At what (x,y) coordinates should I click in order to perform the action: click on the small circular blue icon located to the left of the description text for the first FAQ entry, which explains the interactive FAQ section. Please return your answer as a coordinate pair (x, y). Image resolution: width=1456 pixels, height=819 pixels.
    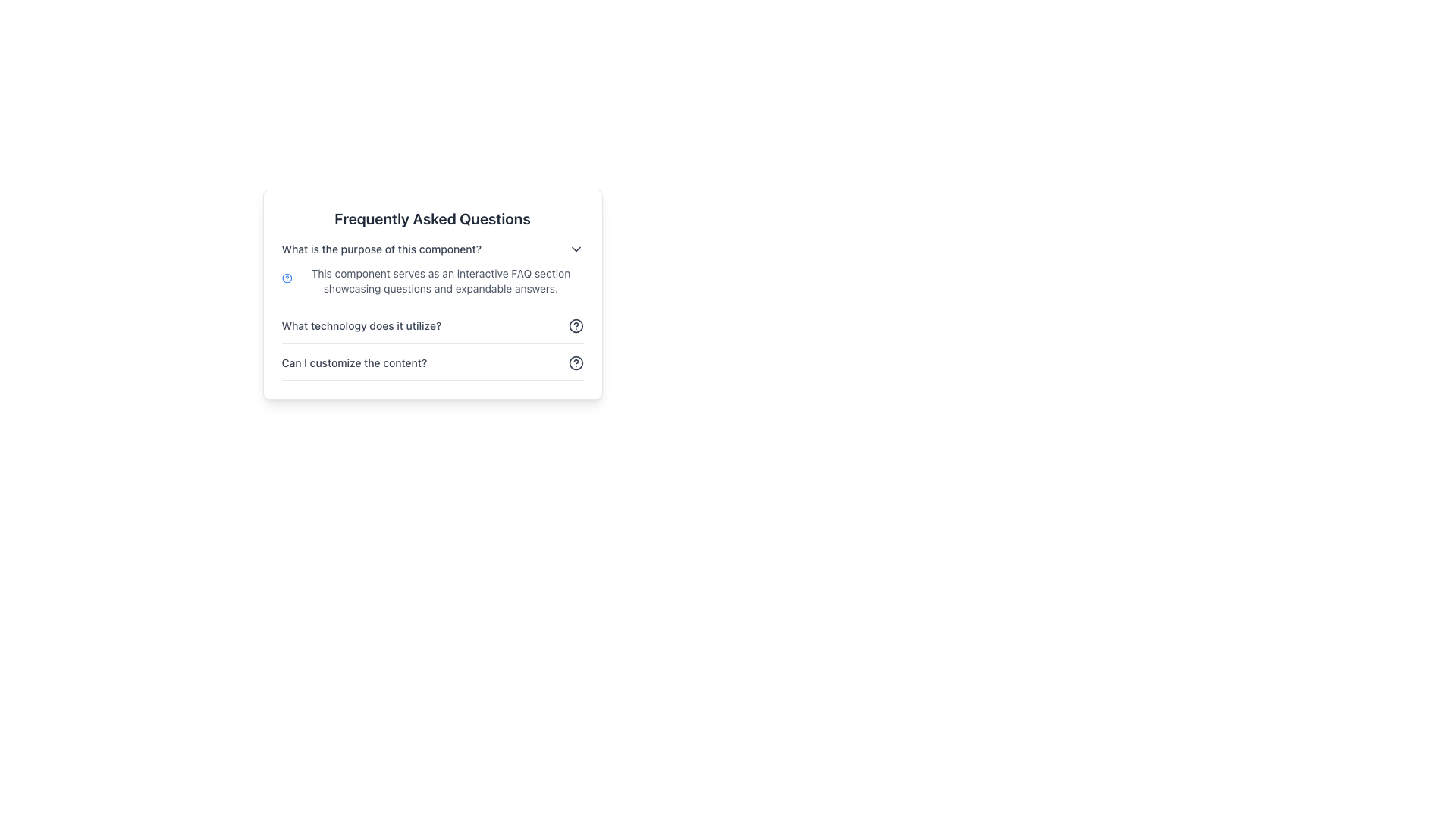
    Looking at the image, I should click on (287, 278).